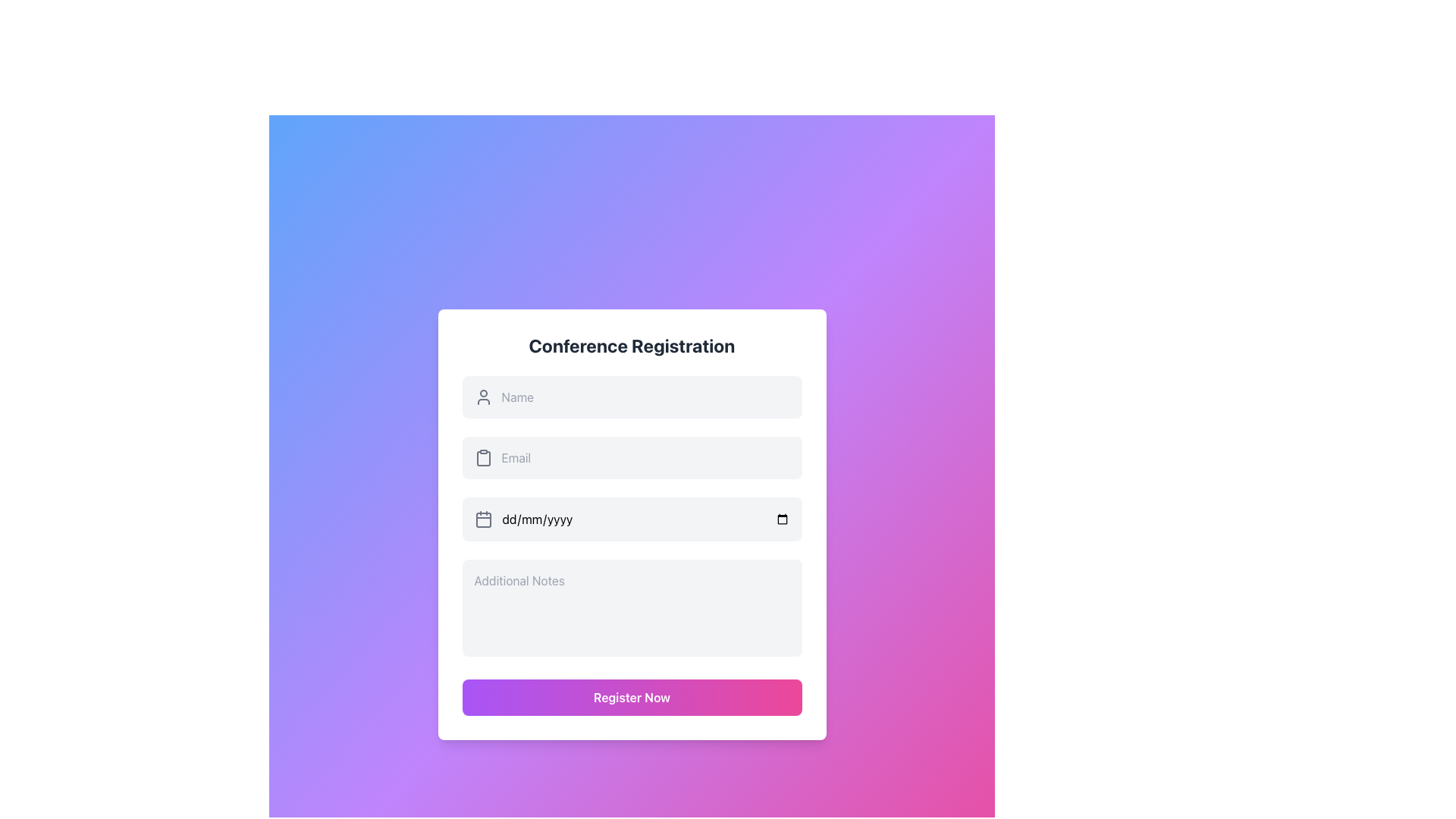 This screenshot has height=819, width=1456. Describe the element at coordinates (632, 698) in the screenshot. I see `the submission button for the registration form` at that location.